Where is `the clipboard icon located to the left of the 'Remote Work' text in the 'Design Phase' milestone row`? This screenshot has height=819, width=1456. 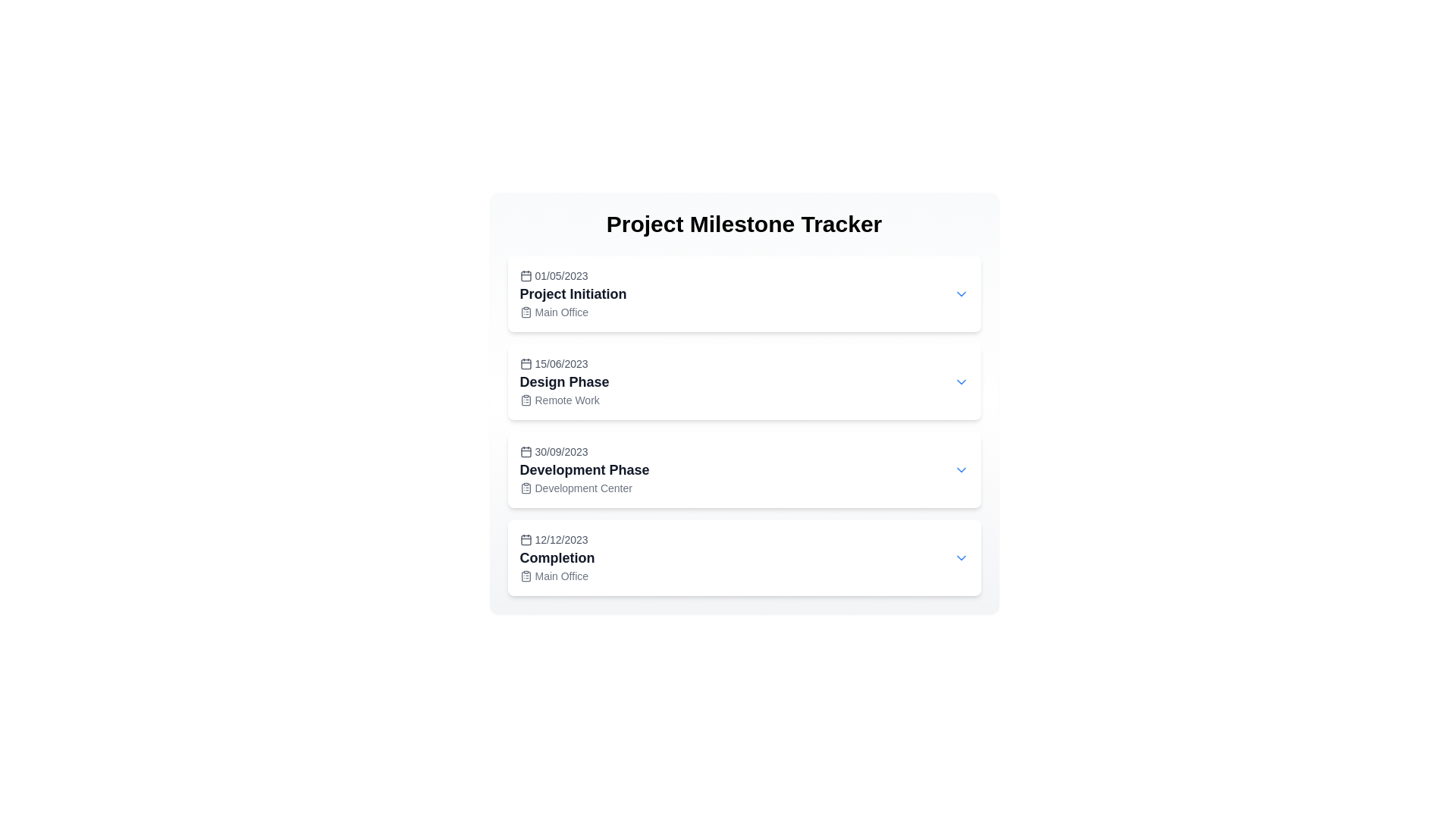 the clipboard icon located to the left of the 'Remote Work' text in the 'Design Phase' milestone row is located at coordinates (526, 400).